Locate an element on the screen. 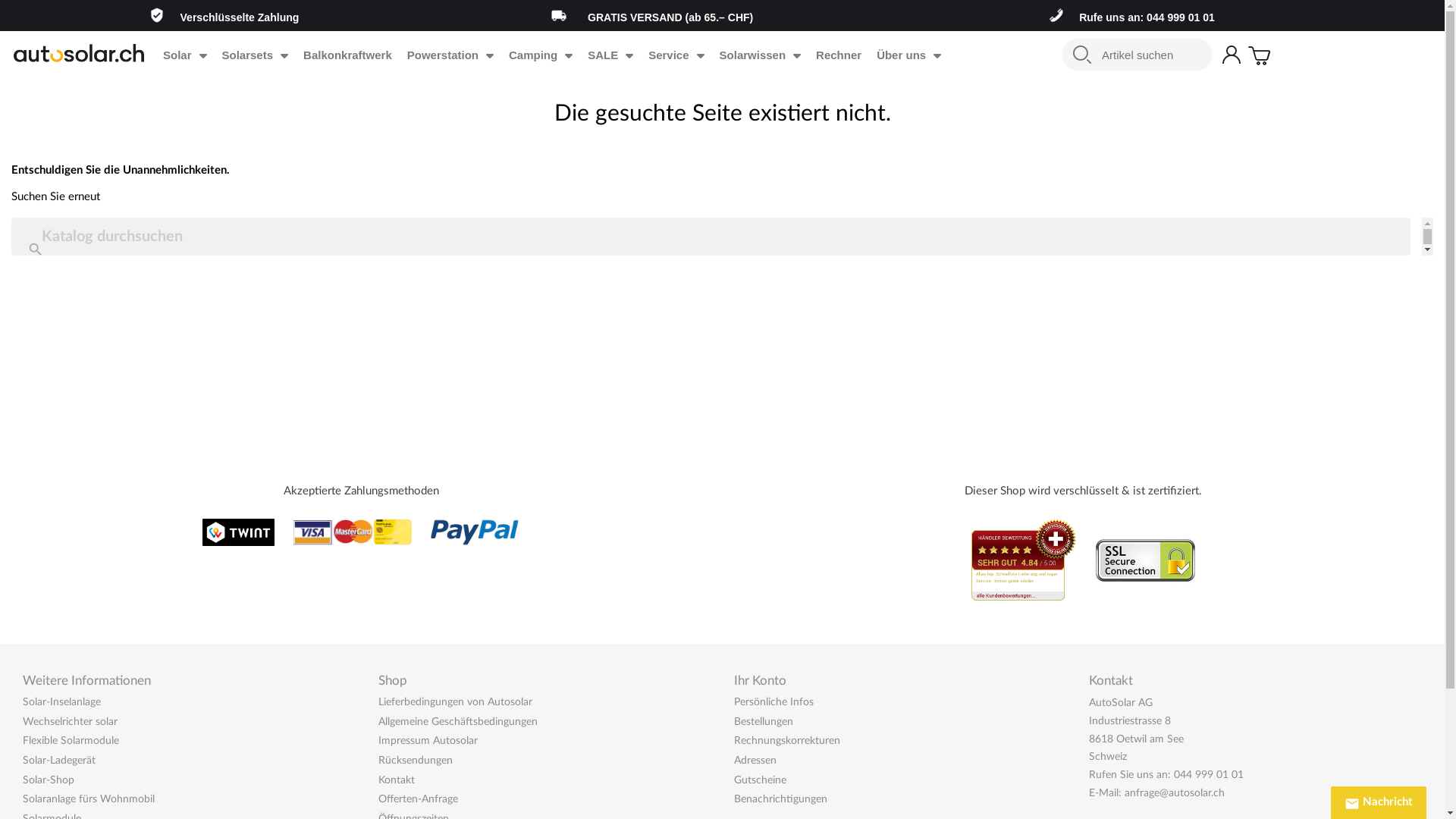 The image size is (1456, 819). 'Kontakt' is located at coordinates (397, 780).